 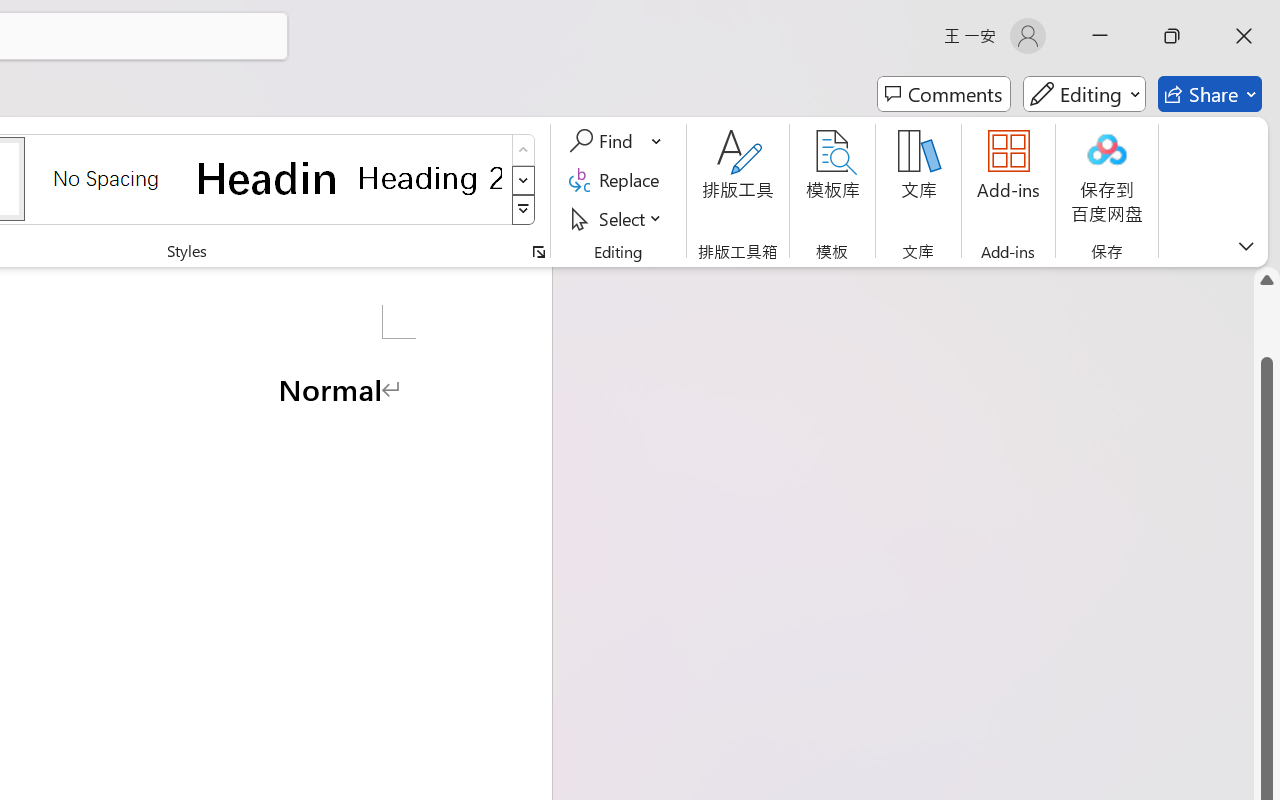 I want to click on 'Line up', so click(x=1266, y=280).